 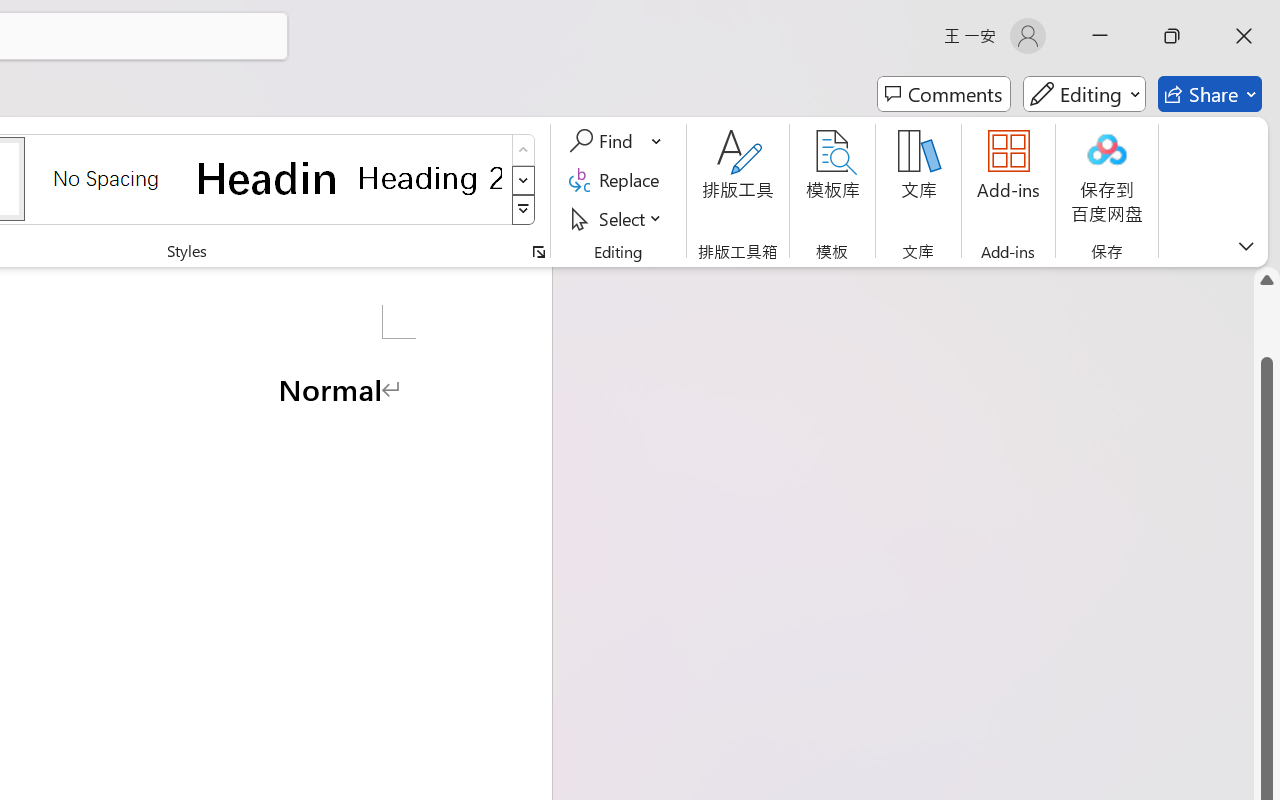 I want to click on 'Line up', so click(x=1266, y=280).